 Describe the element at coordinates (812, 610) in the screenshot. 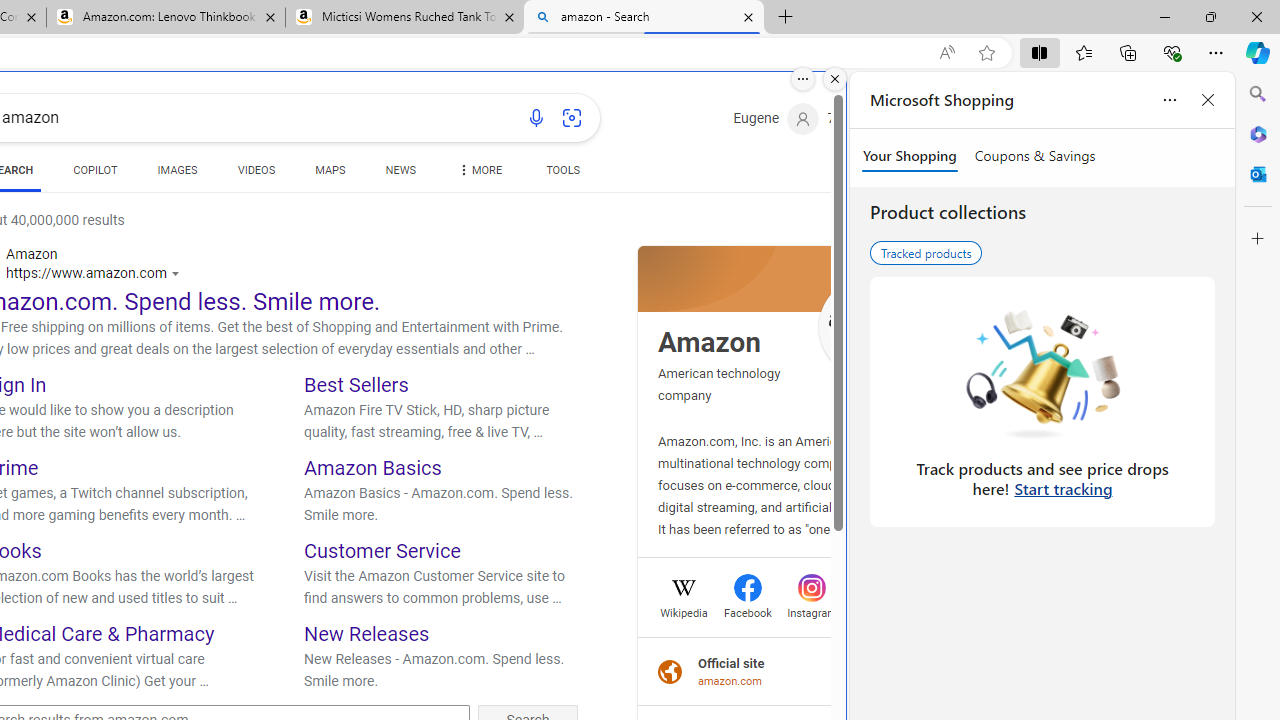

I see `'Instagram'` at that location.